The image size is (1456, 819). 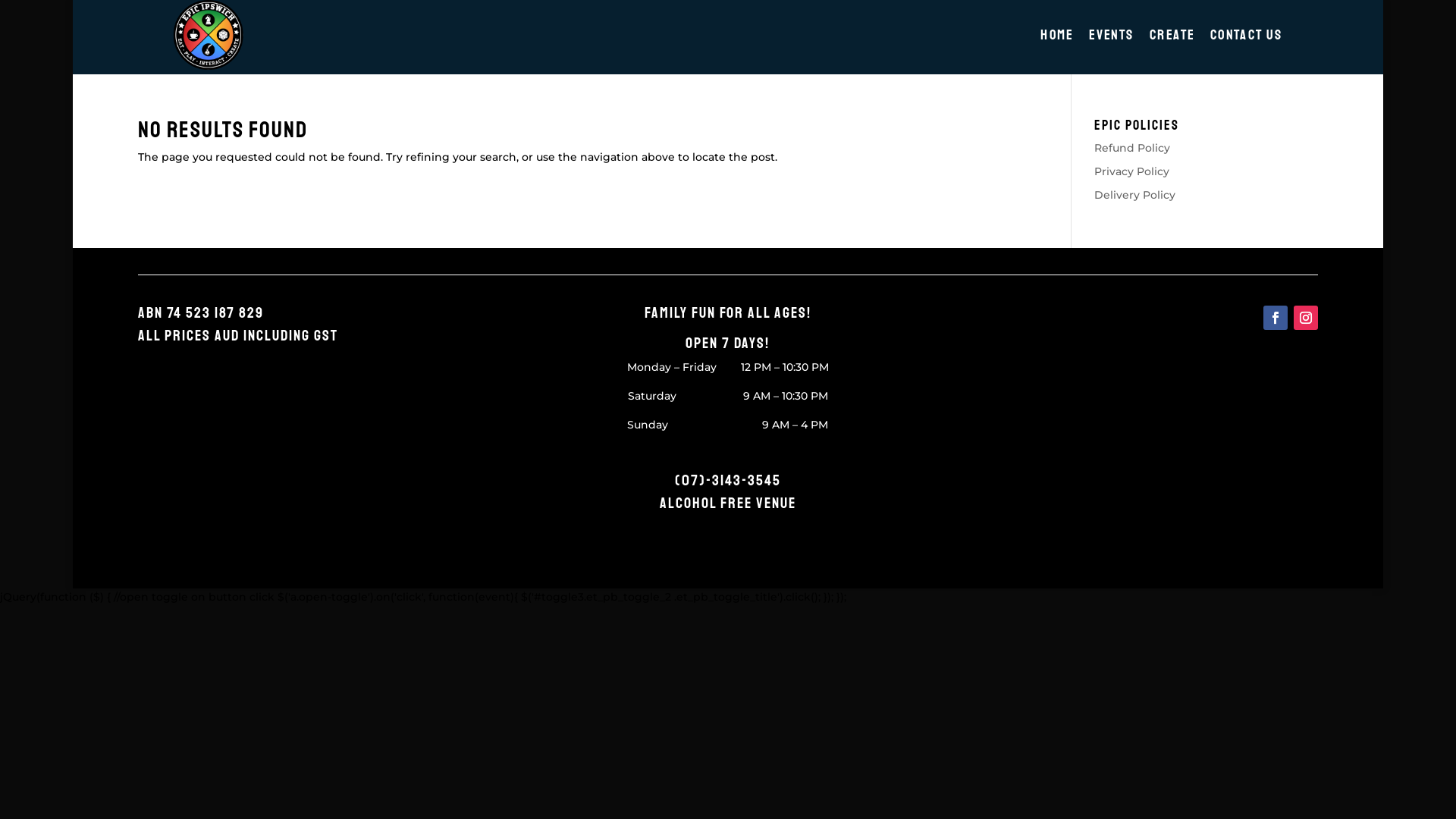 What do you see at coordinates (1248, 36) in the screenshot?
I see `'Contact Us'` at bounding box center [1248, 36].